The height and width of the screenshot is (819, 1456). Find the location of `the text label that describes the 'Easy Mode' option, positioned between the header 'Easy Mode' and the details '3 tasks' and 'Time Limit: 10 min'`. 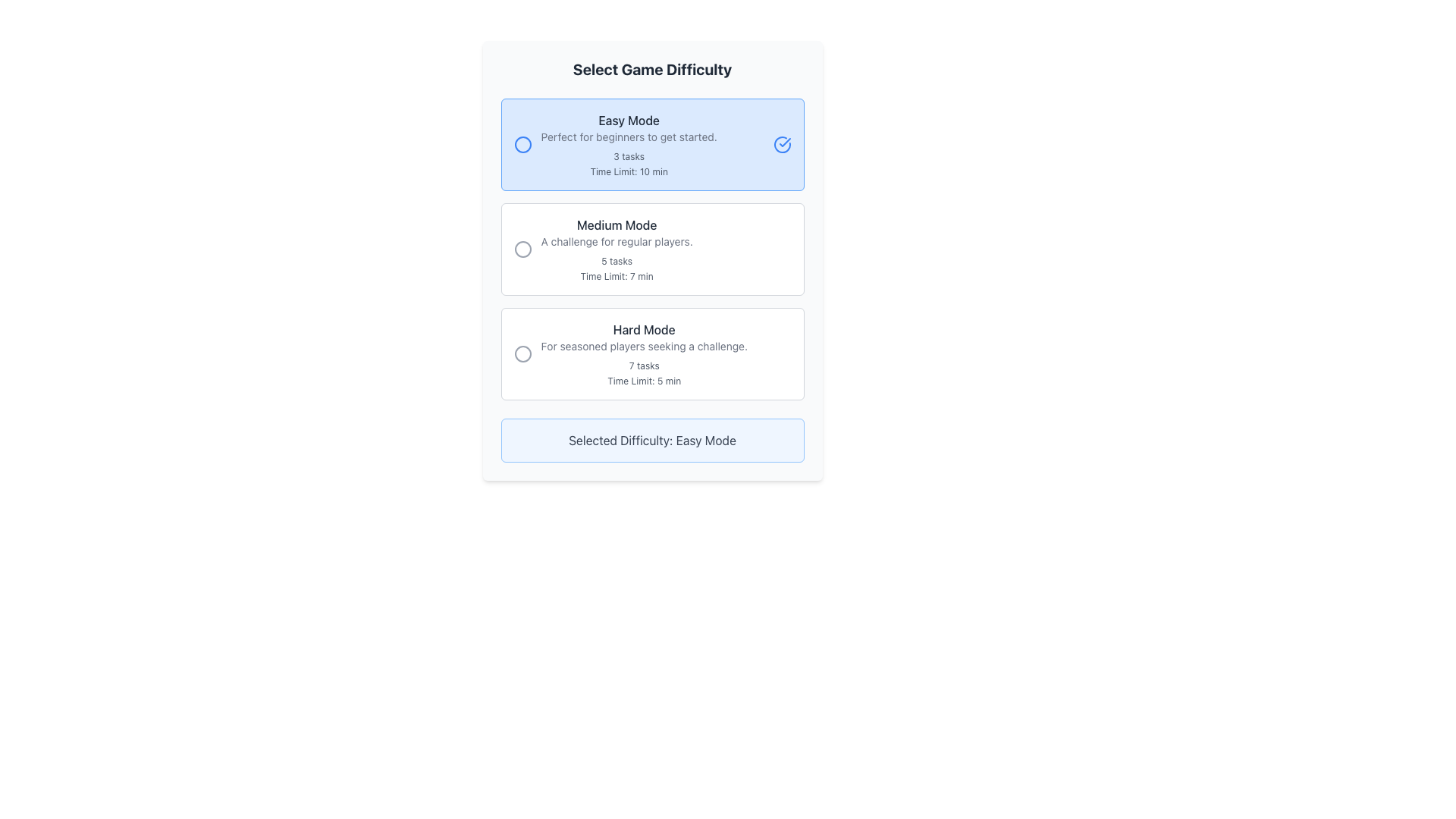

the text label that describes the 'Easy Mode' option, positioned between the header 'Easy Mode' and the details '3 tasks' and 'Time Limit: 10 min' is located at coordinates (629, 137).